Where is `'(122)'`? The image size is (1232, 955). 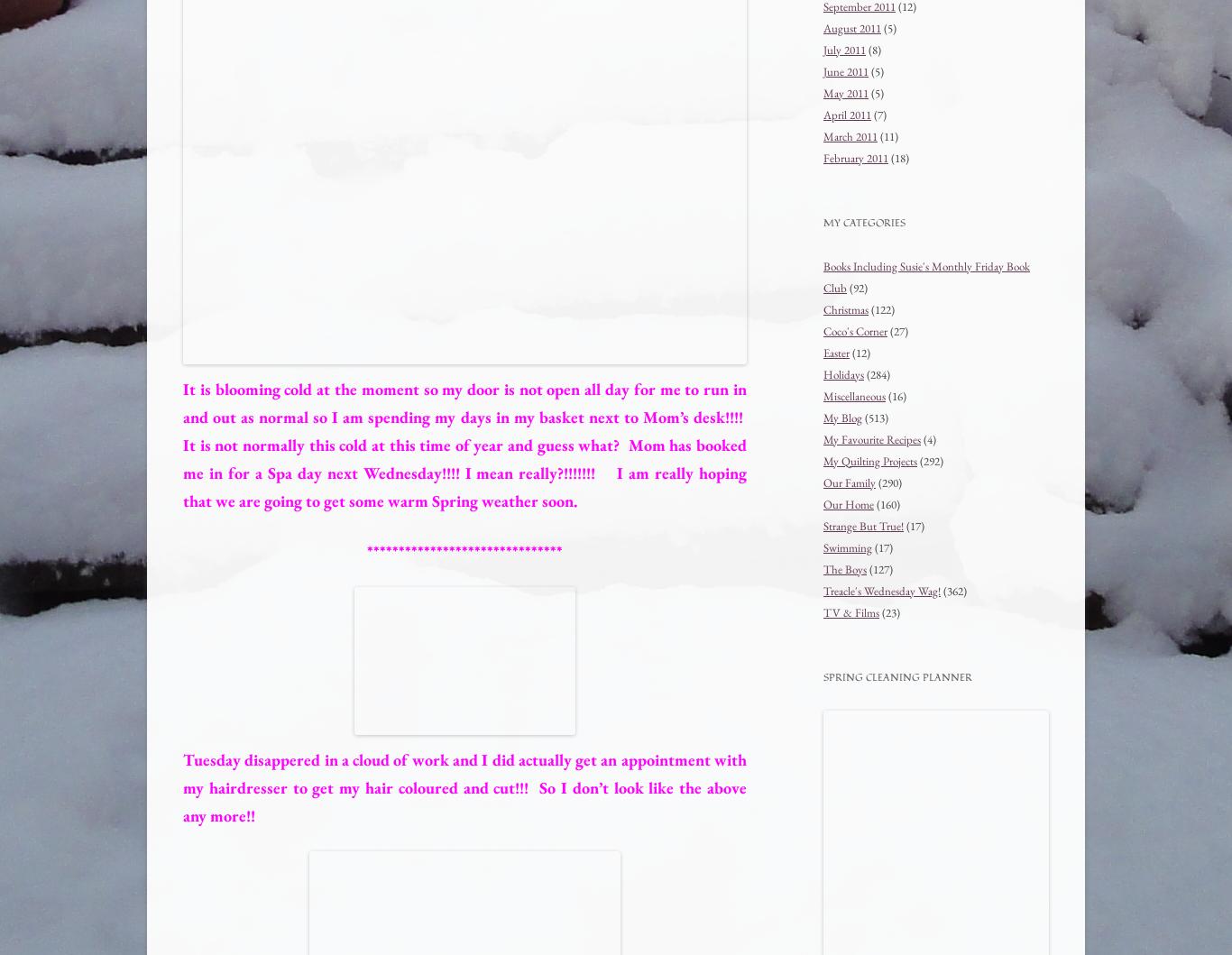 '(122)' is located at coordinates (869, 308).